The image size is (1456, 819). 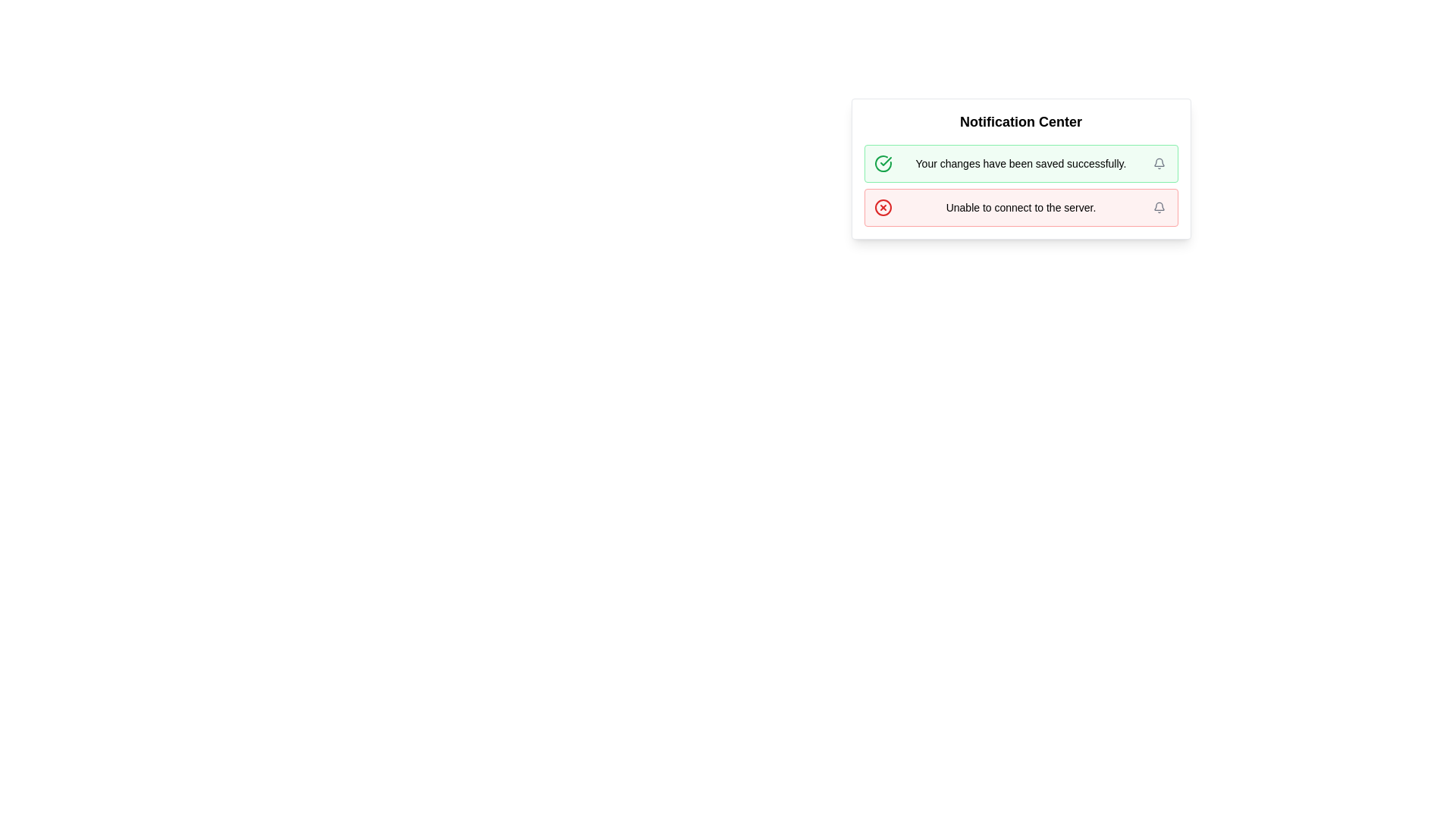 What do you see at coordinates (885, 161) in the screenshot?
I see `the green checkmark icon that represents a completed action, located to the left of the notification message indicating successful changes` at bounding box center [885, 161].